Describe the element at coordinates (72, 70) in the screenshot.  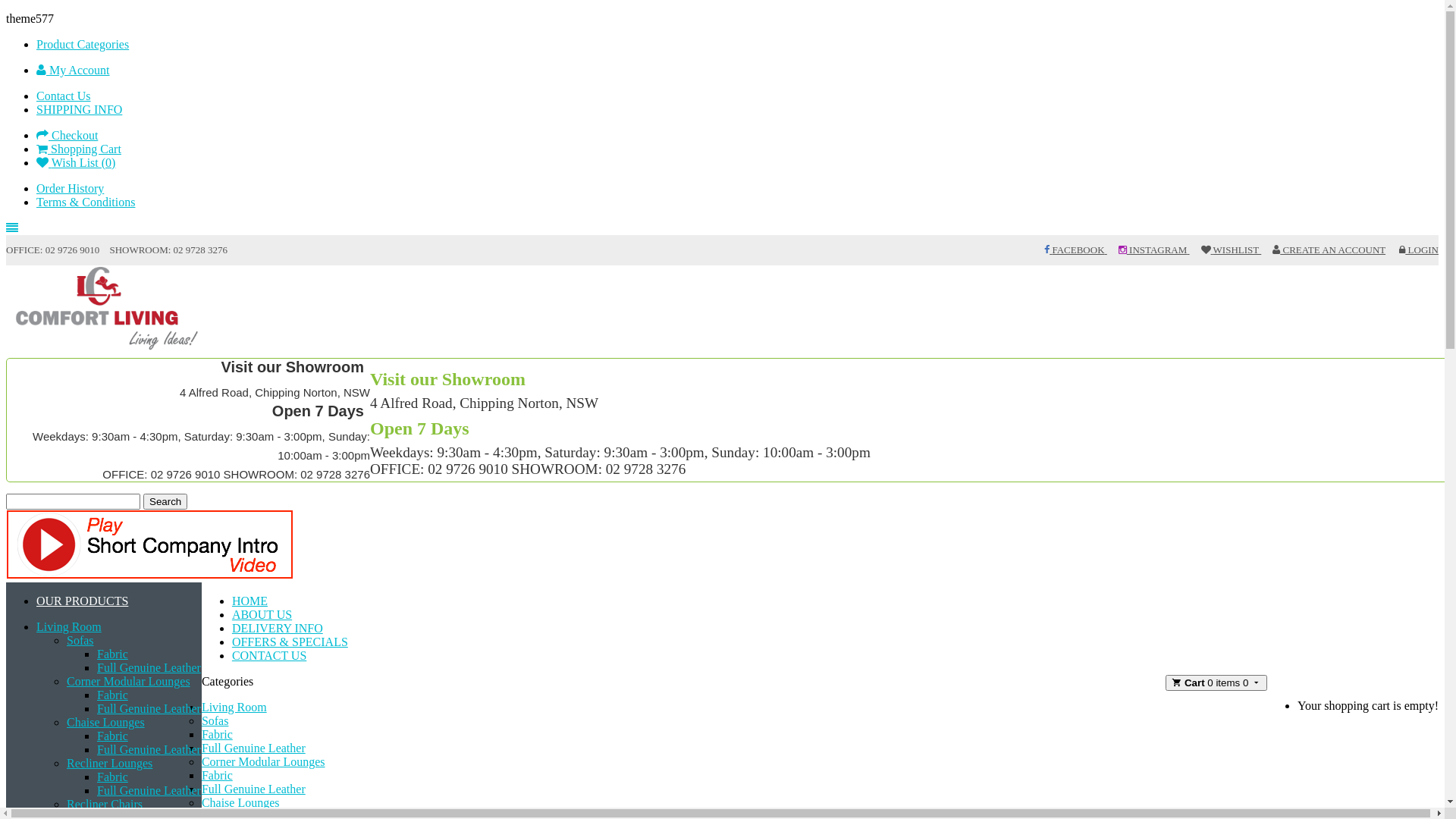
I see `'My Account'` at that location.